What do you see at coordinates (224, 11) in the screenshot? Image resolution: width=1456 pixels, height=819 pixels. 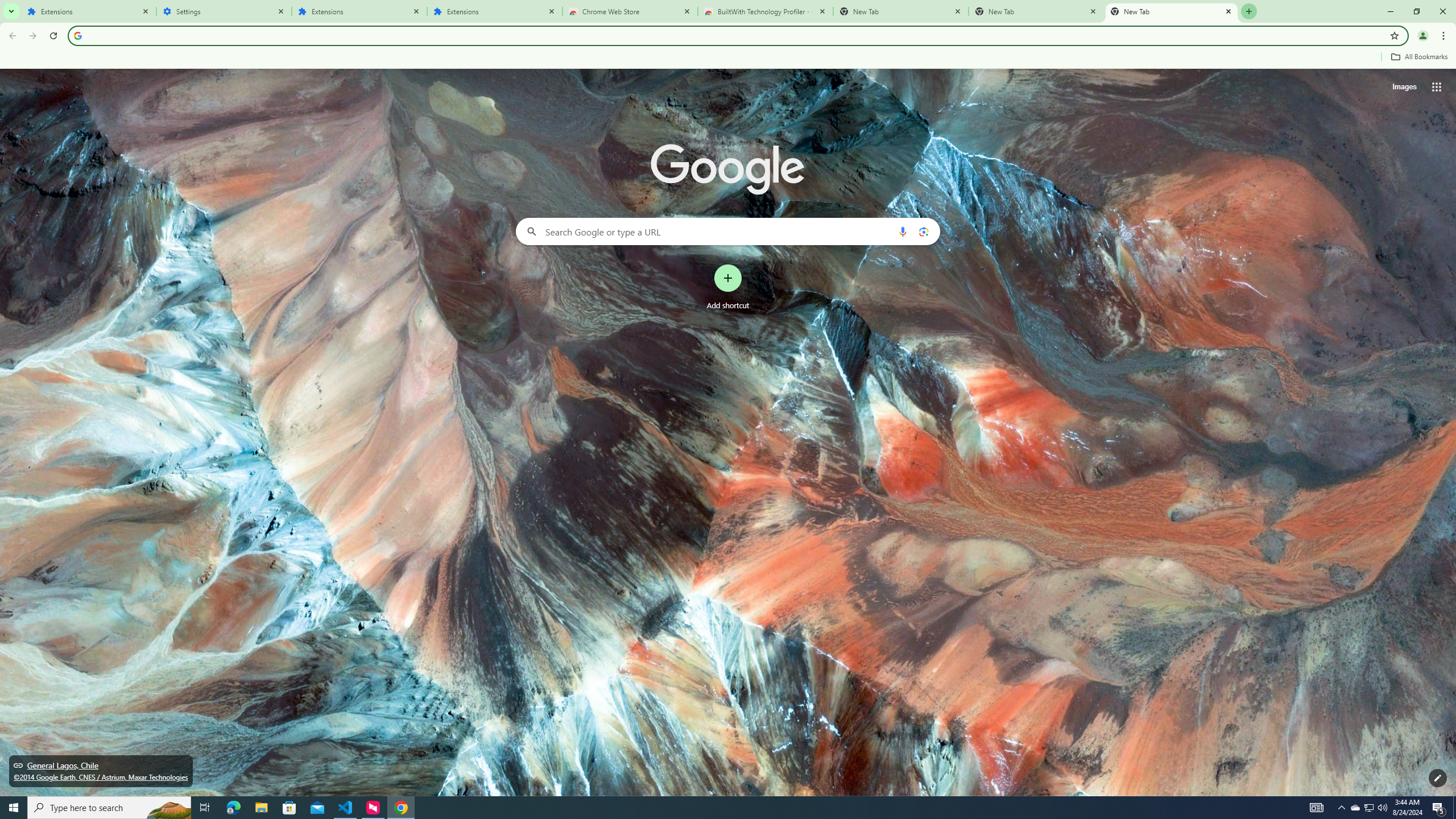 I see `'Settings'` at bounding box center [224, 11].